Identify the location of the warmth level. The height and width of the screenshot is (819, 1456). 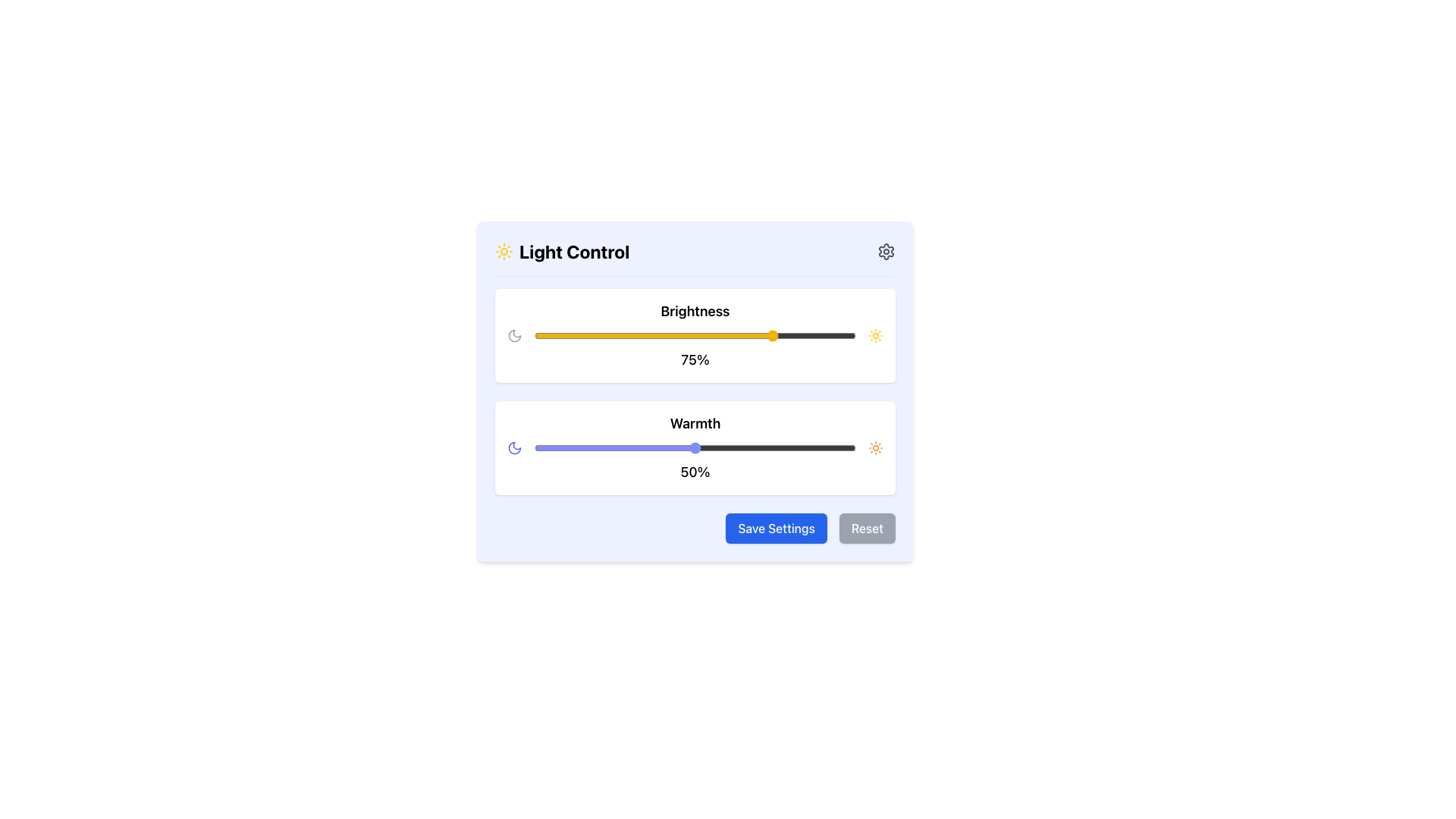
(772, 447).